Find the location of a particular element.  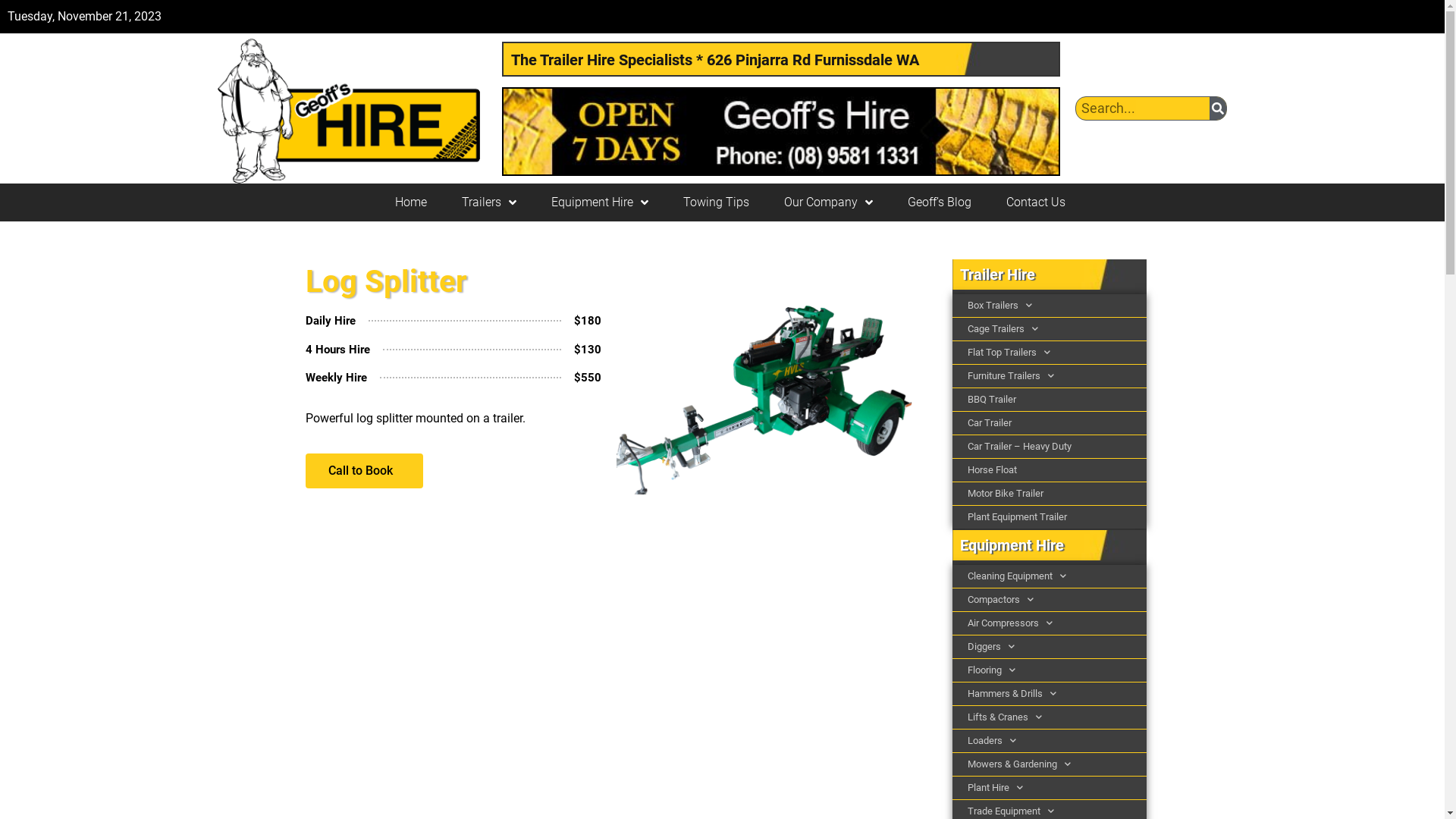

'Loaders' is located at coordinates (1048, 739).